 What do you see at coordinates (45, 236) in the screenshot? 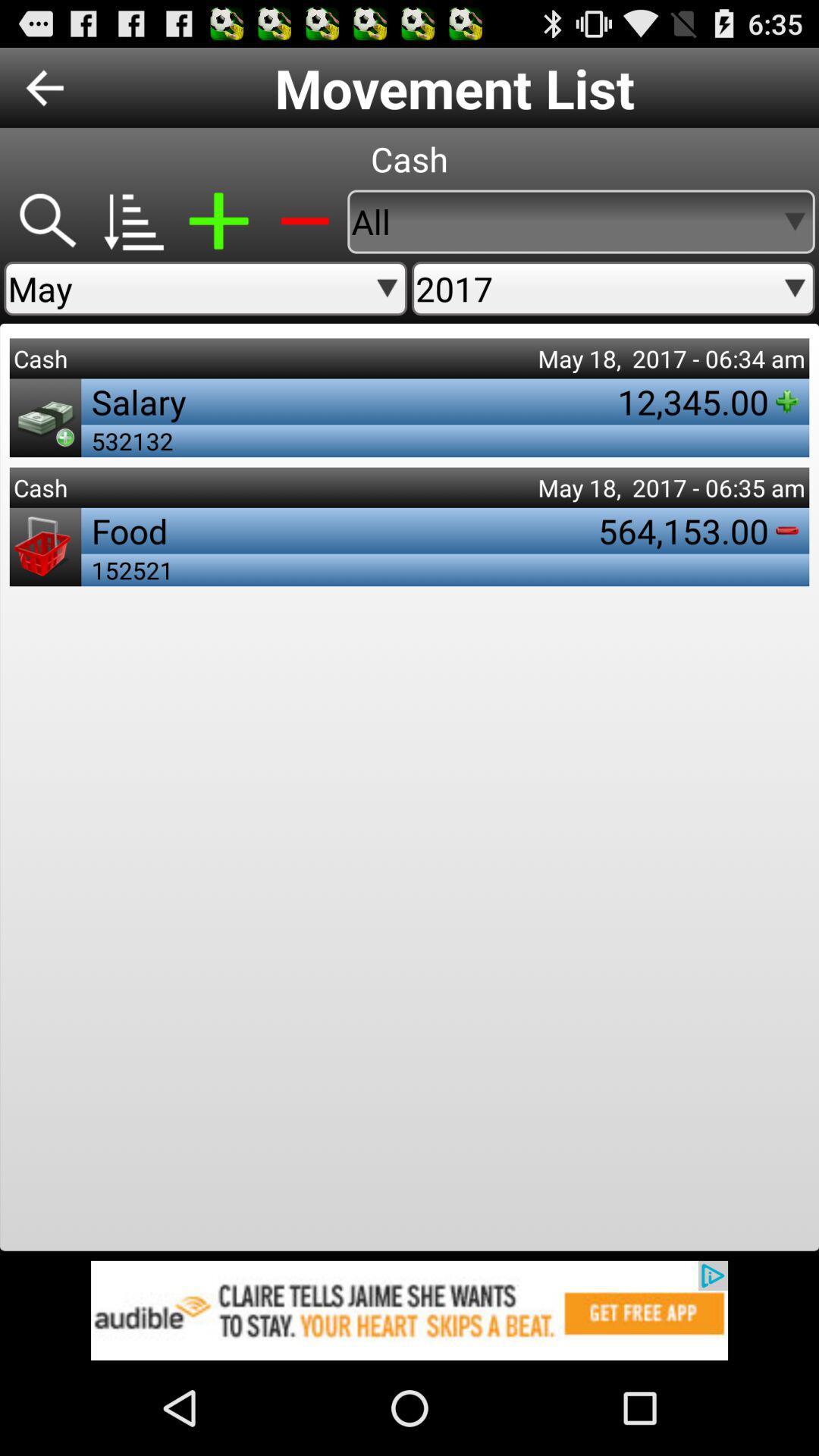
I see `the search icon` at bounding box center [45, 236].